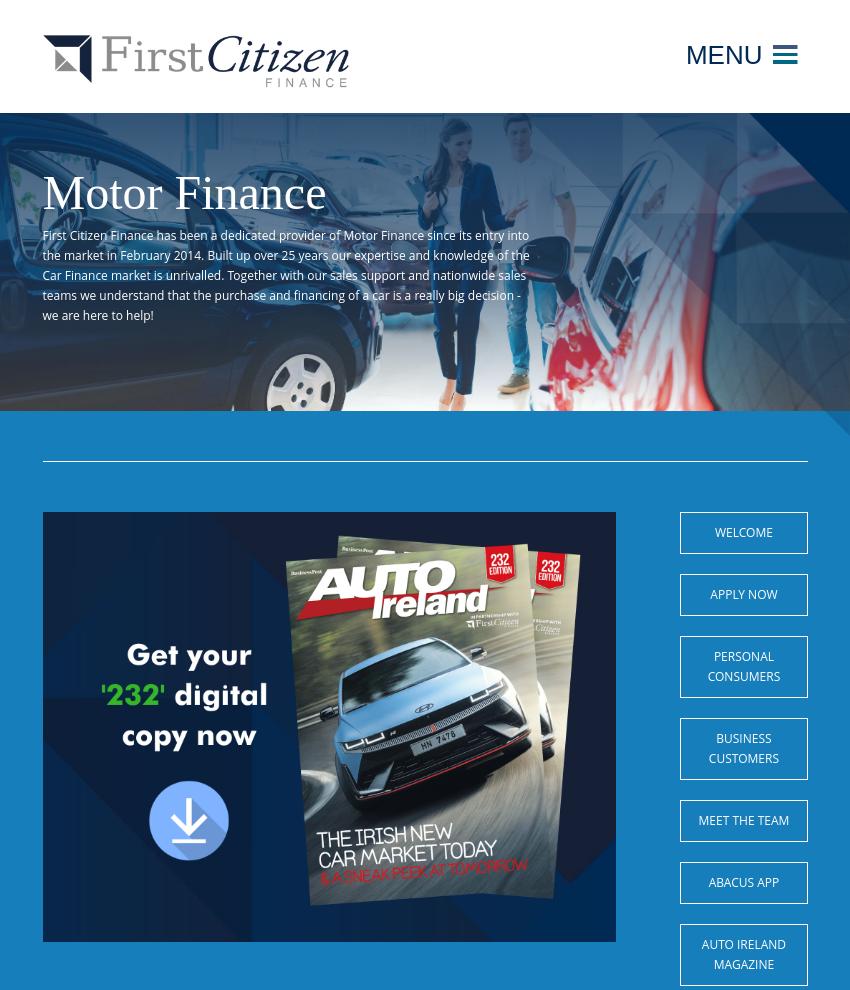 This screenshot has height=990, width=850. I want to click on 'Motor Finance', so click(183, 192).